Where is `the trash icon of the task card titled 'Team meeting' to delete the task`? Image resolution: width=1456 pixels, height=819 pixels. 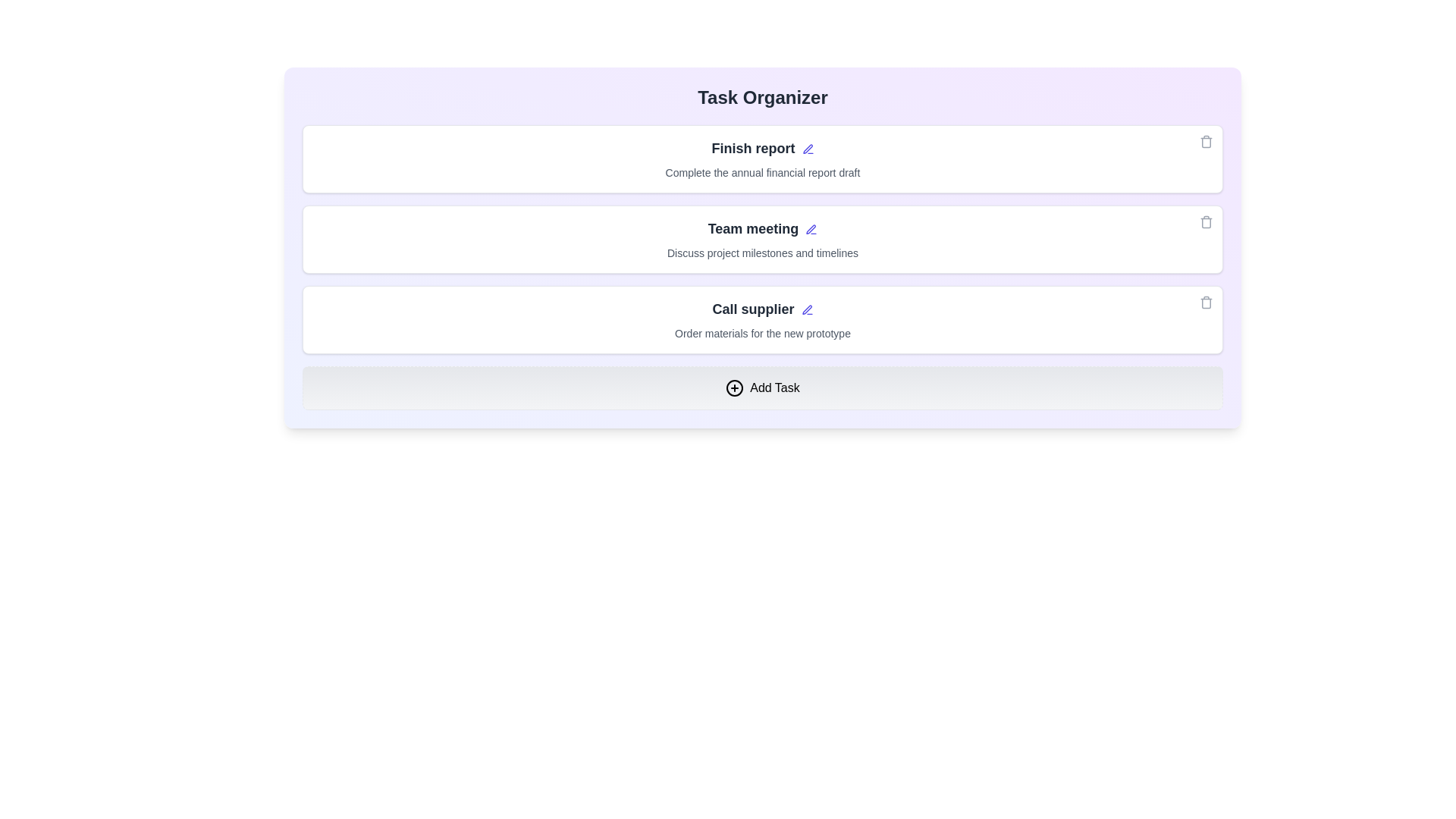
the trash icon of the task card titled 'Team meeting' to delete the task is located at coordinates (1205, 222).